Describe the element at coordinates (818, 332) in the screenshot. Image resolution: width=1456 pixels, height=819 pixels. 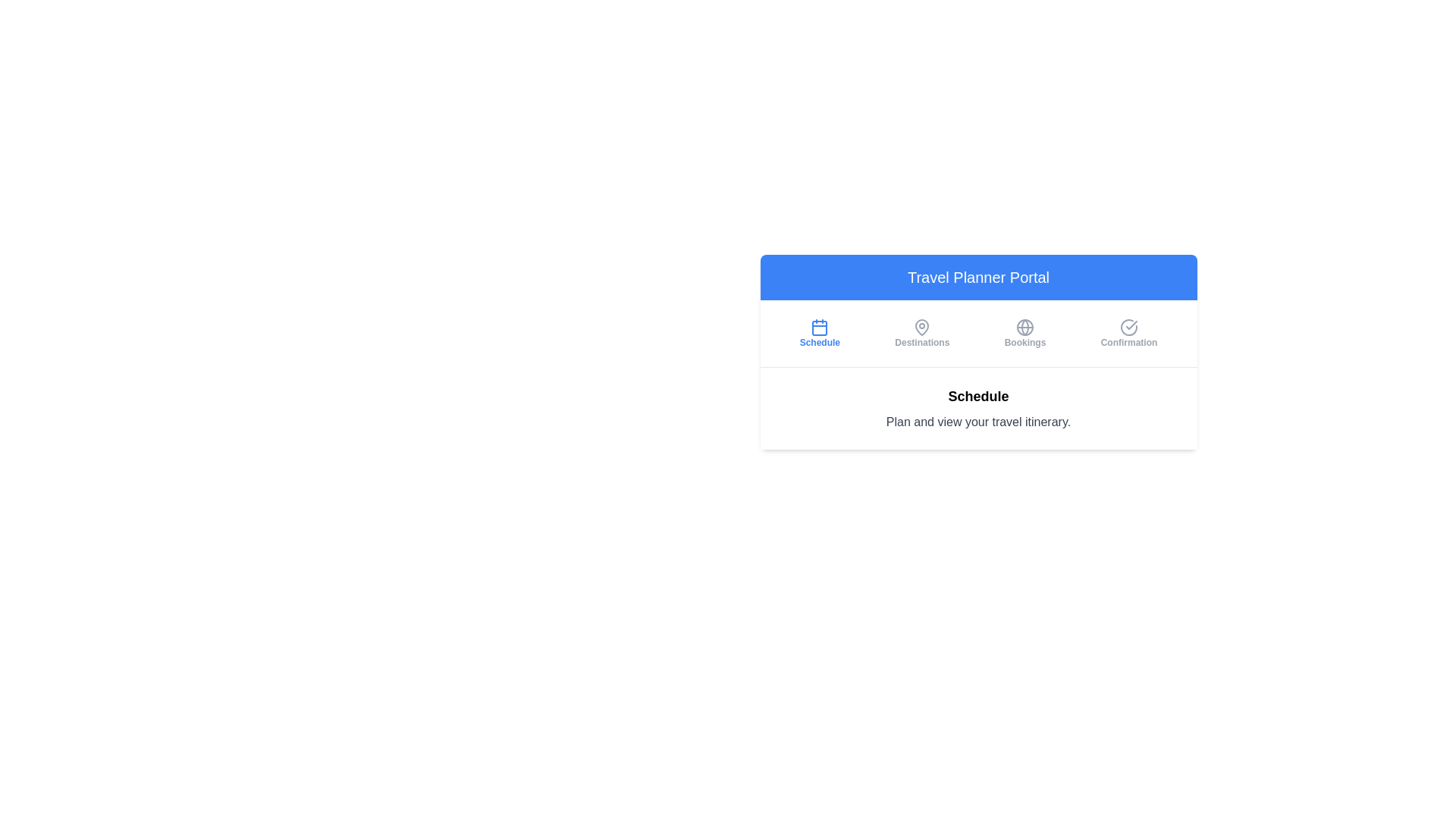
I see `the 'Schedule' tab` at that location.